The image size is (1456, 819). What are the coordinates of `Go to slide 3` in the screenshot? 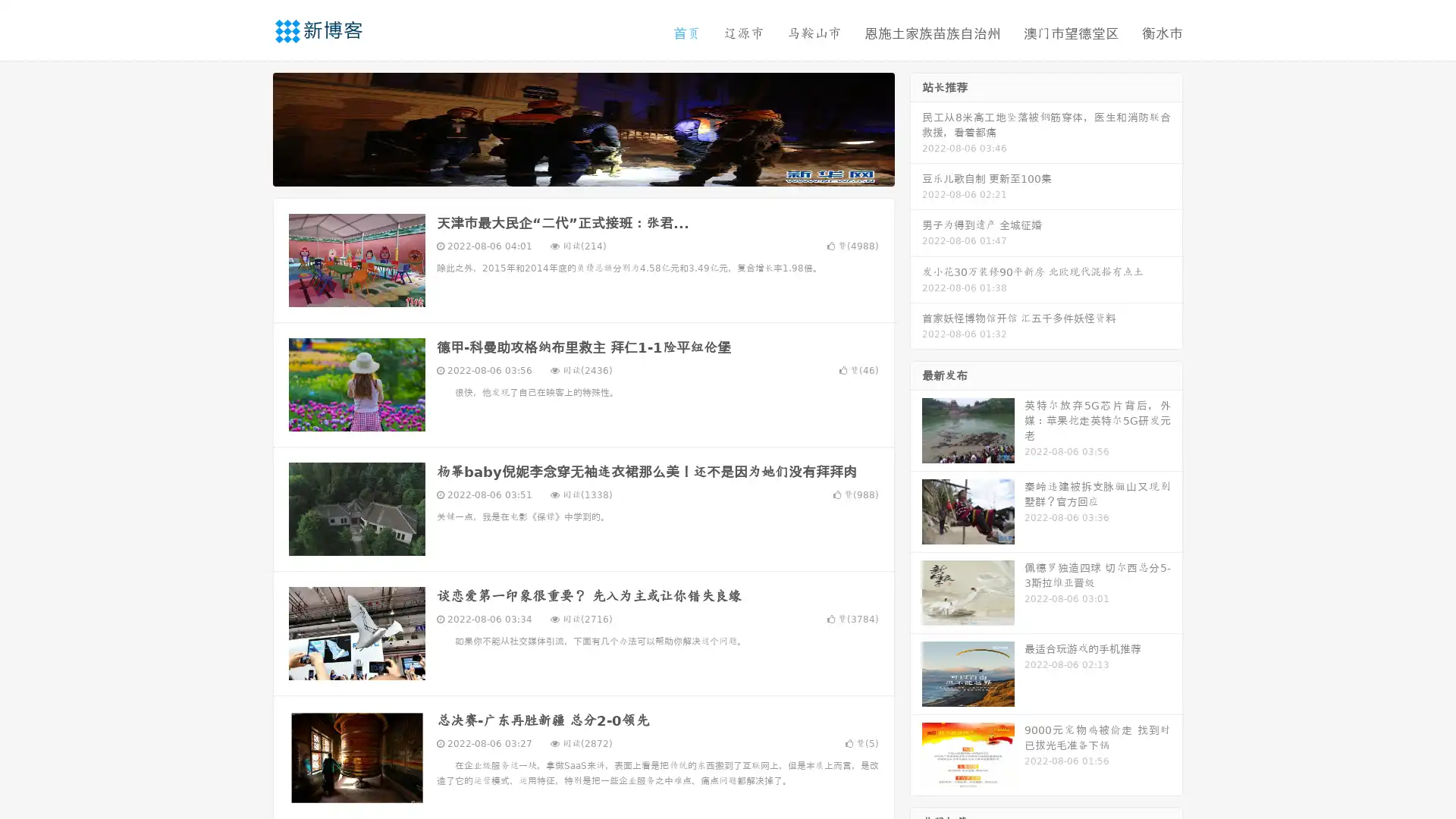 It's located at (598, 171).